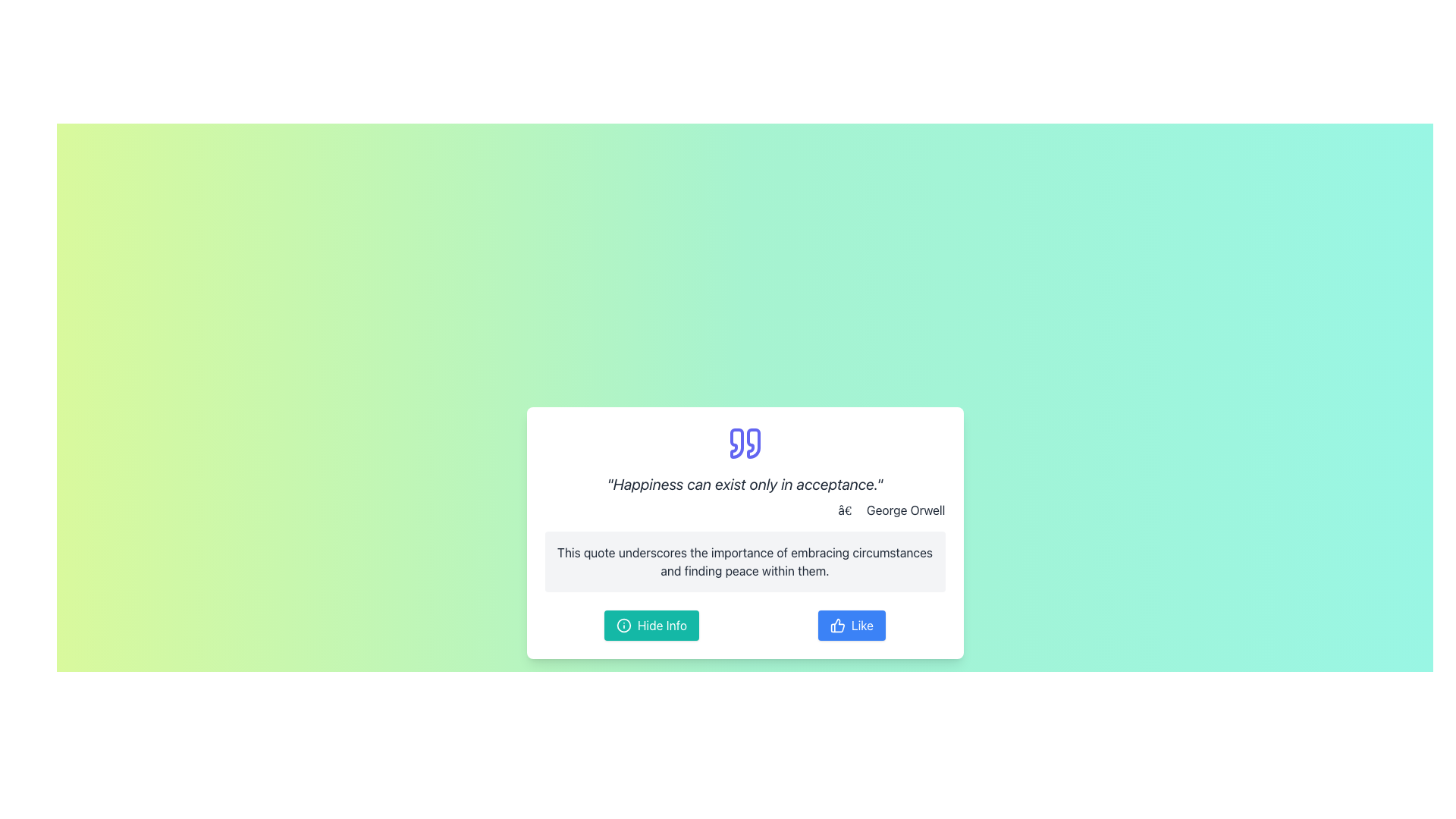 The image size is (1456, 819). Describe the element at coordinates (745, 561) in the screenshot. I see `the Descriptive Text Box located below the quote 'Happiness can exist only in acceptance.' and above the buttons 'Hide Info' and 'Like'` at that location.